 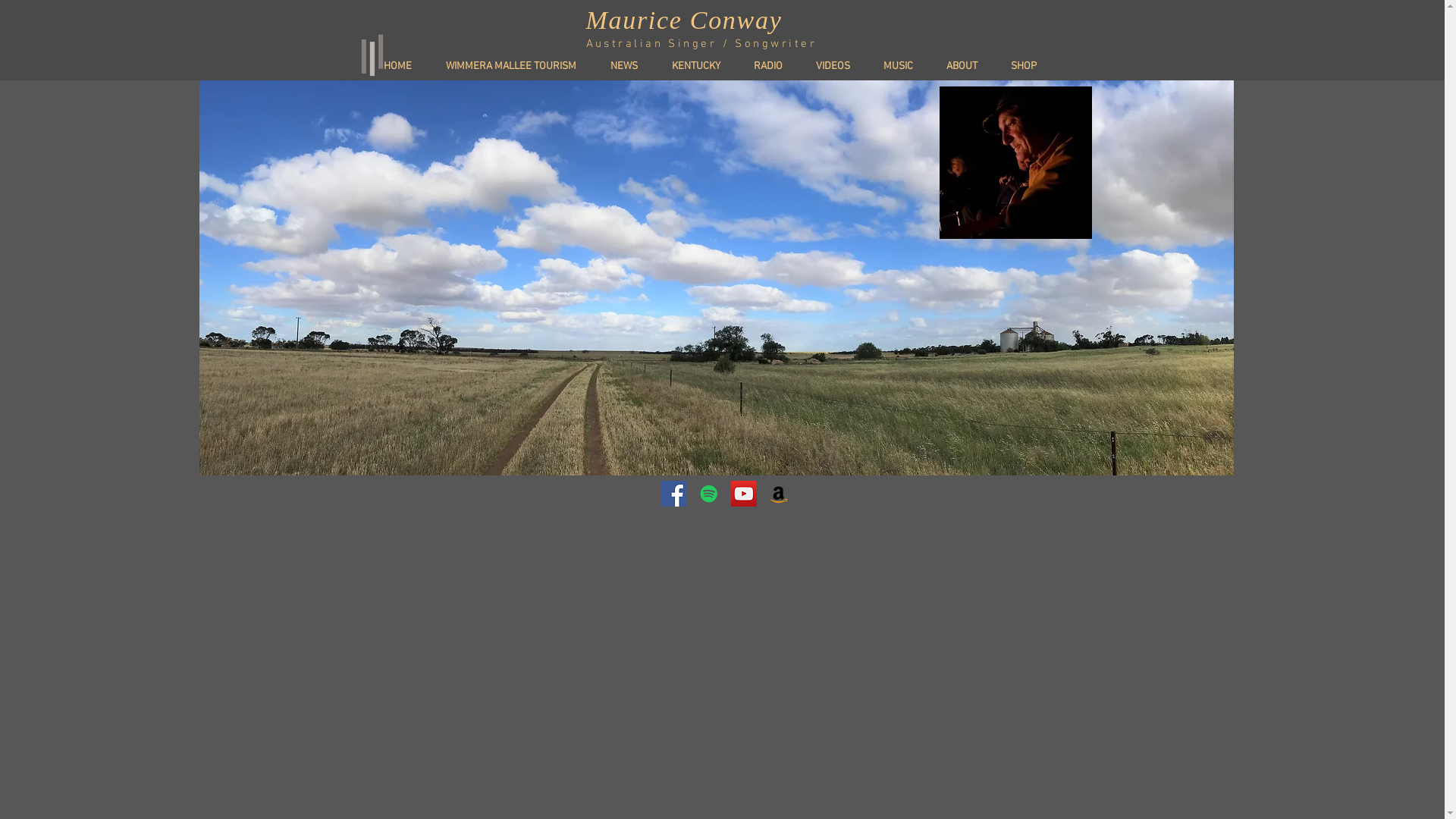 What do you see at coordinates (517, 66) in the screenshot?
I see `'WIMMERA MALLEE TOURISM'` at bounding box center [517, 66].